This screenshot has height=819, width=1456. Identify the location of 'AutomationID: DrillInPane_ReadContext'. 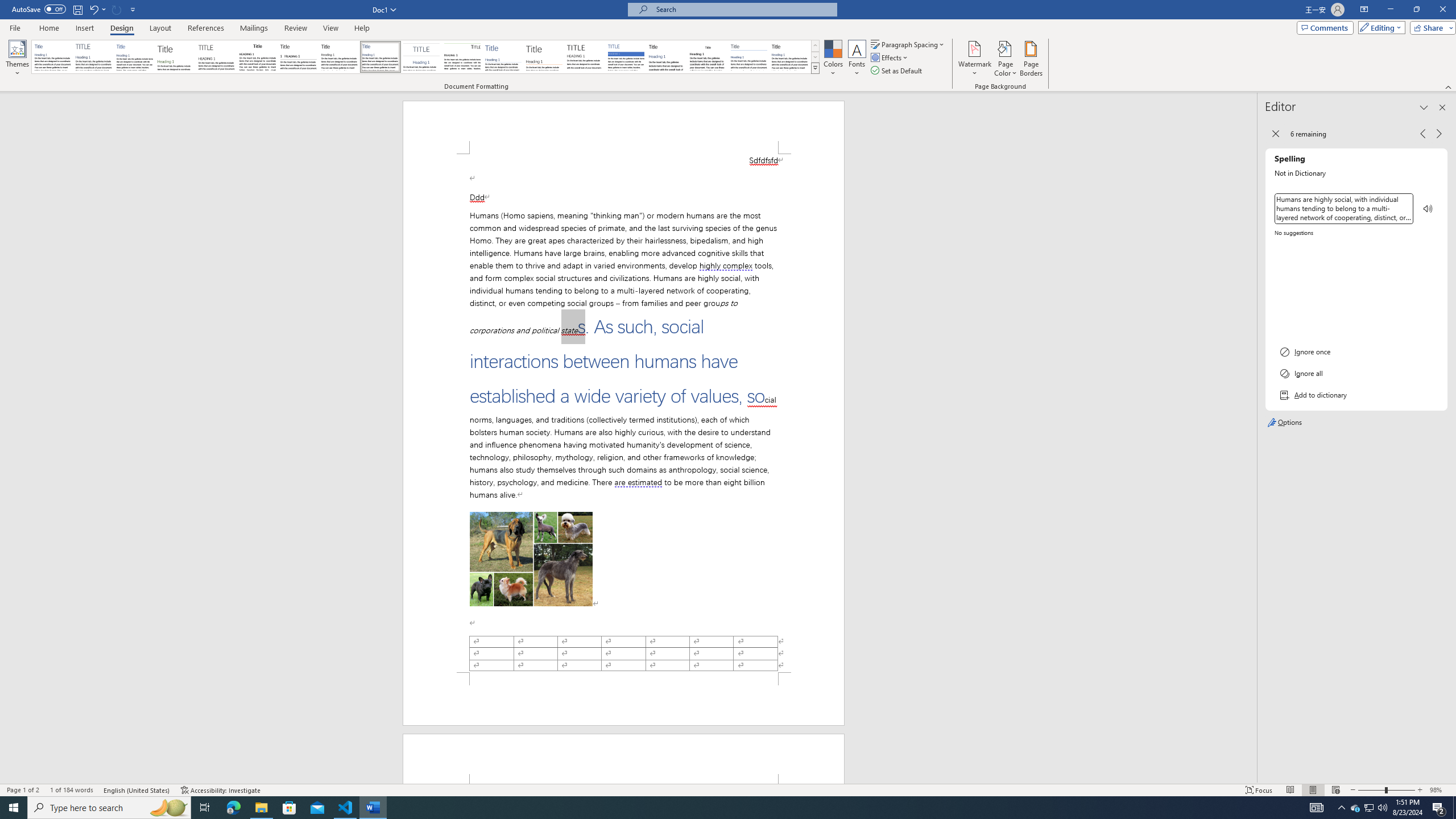
(1428, 208).